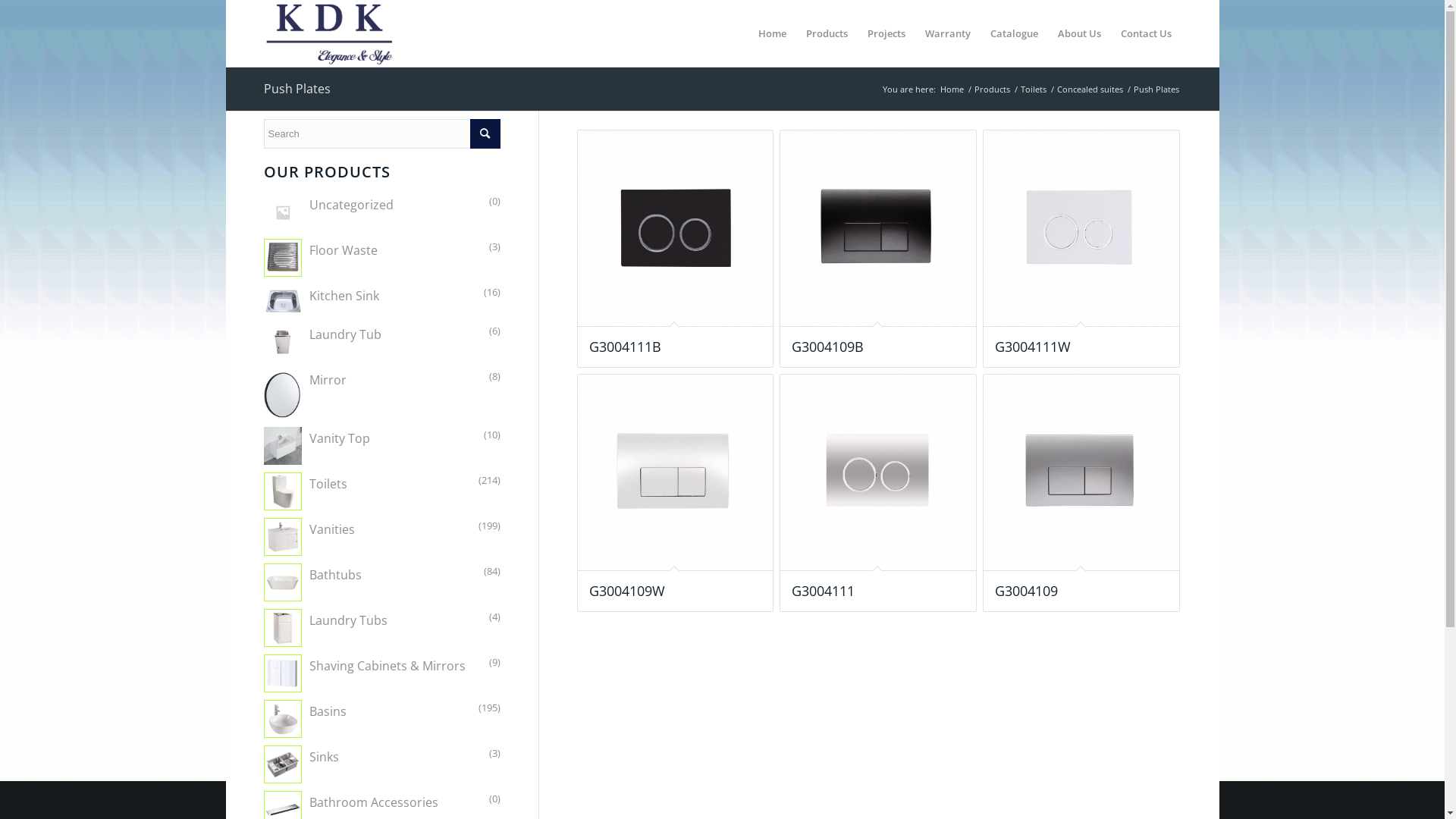 This screenshot has width=1456, height=819. Describe the element at coordinates (283, 718) in the screenshot. I see `'Basins'` at that location.